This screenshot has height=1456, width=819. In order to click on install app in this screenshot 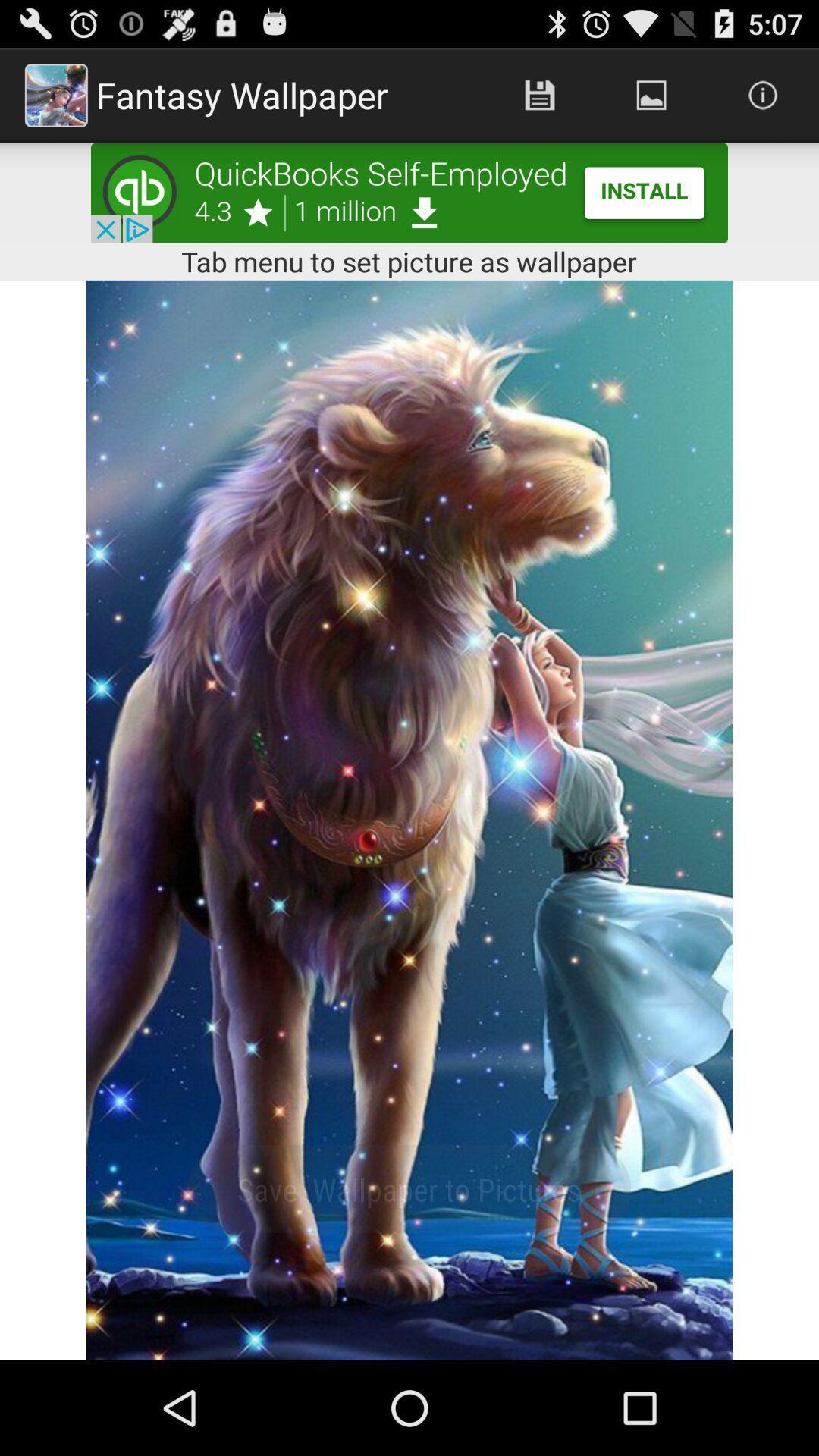, I will do `click(409, 192)`.